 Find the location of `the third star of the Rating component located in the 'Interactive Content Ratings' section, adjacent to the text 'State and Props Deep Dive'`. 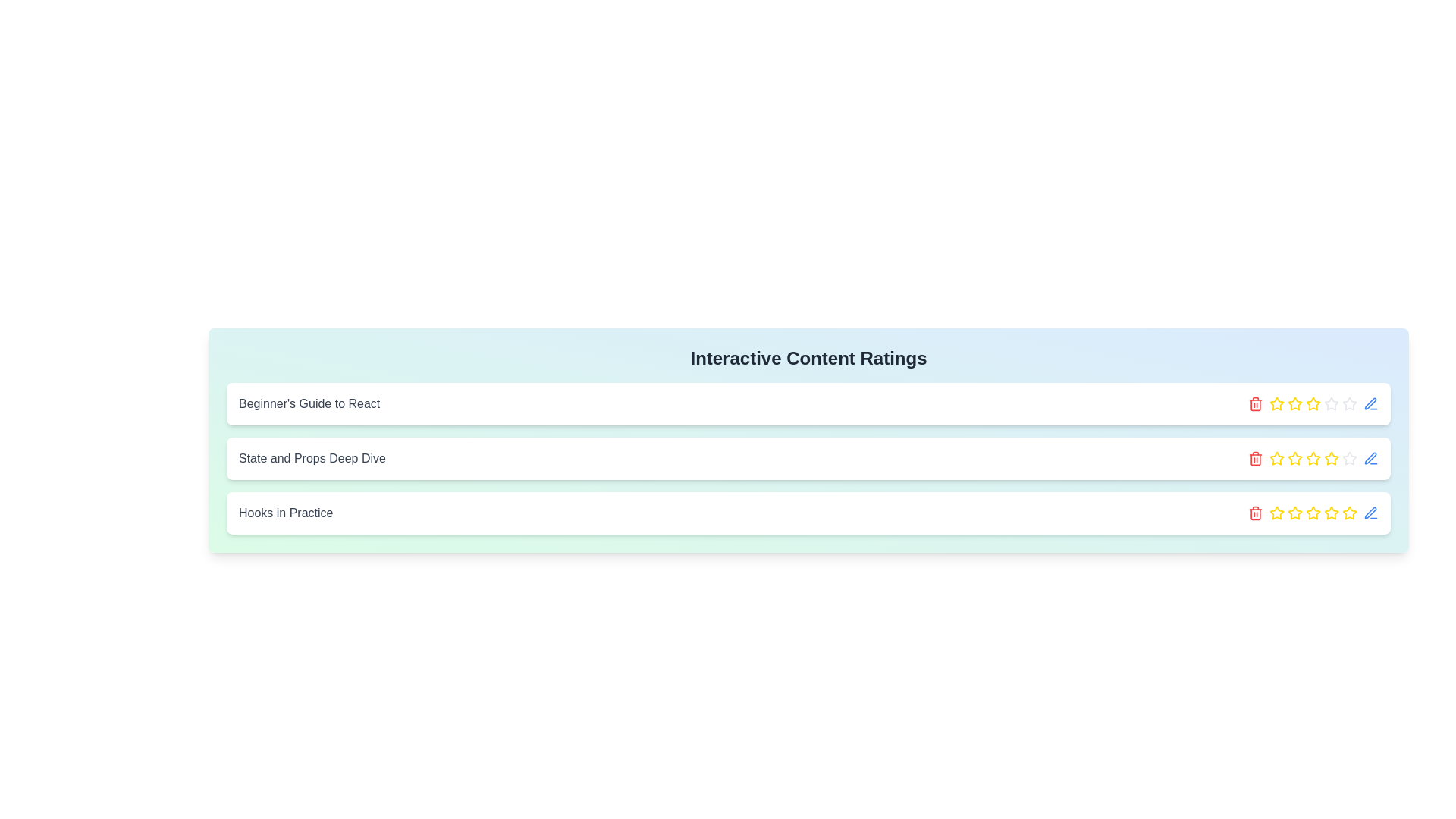

the third star of the Rating component located in the 'Interactive Content Ratings' section, adjacent to the text 'State and Props Deep Dive' is located at coordinates (1313, 403).